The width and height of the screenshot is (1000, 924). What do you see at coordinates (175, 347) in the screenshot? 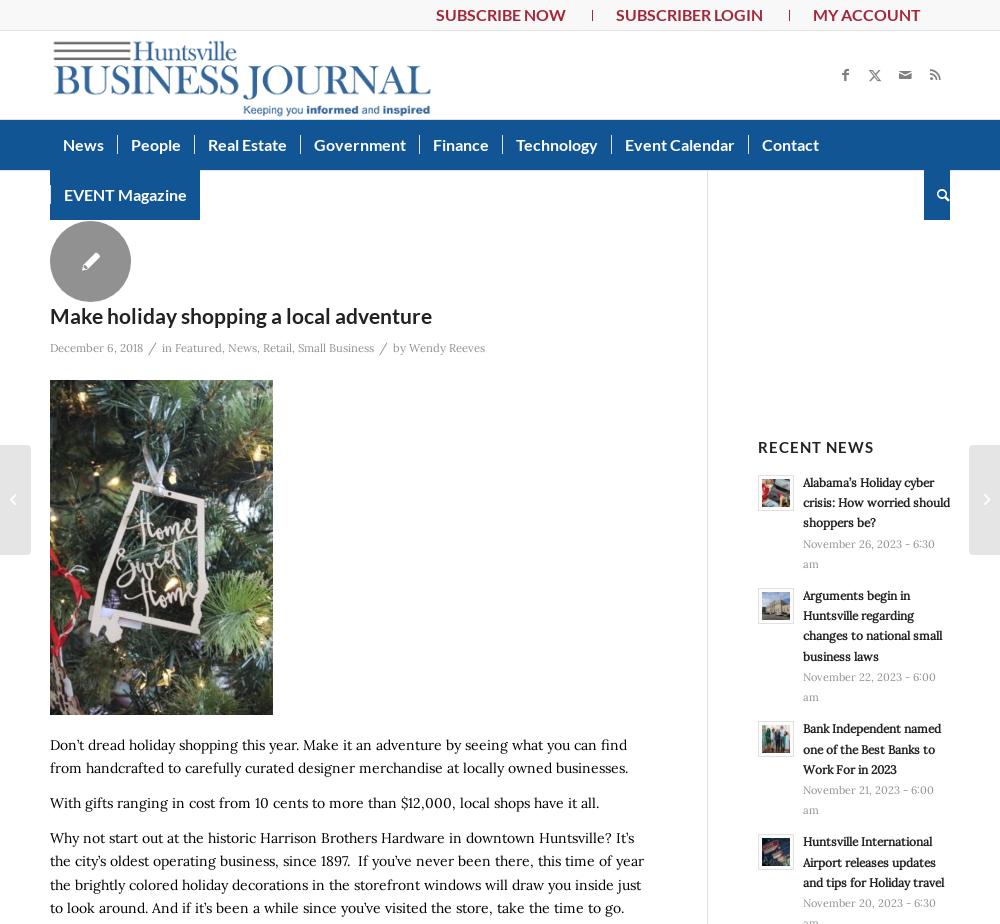
I see `'Featured'` at bounding box center [175, 347].